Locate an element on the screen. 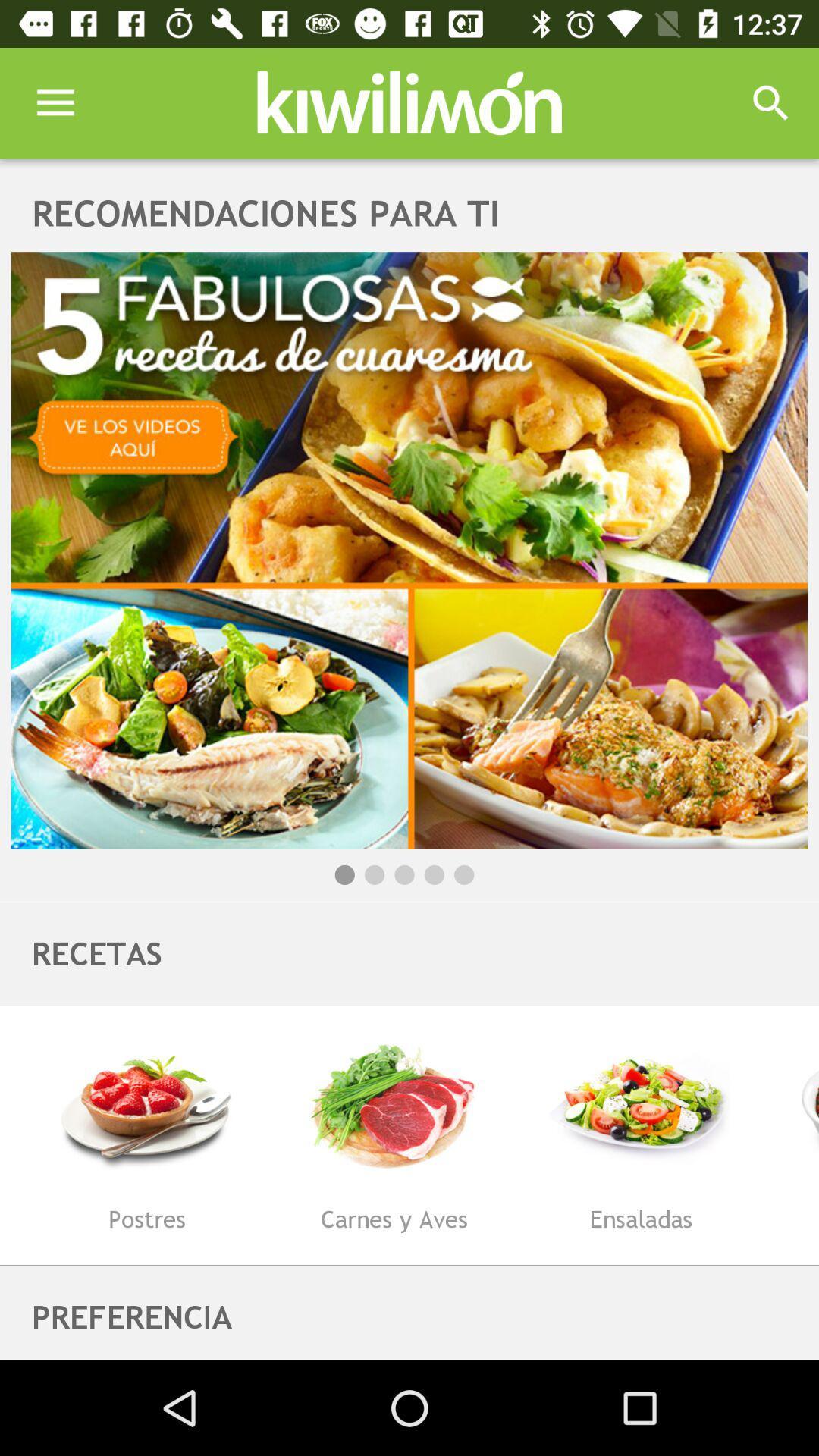 The width and height of the screenshot is (819, 1456). this article is located at coordinates (409, 549).